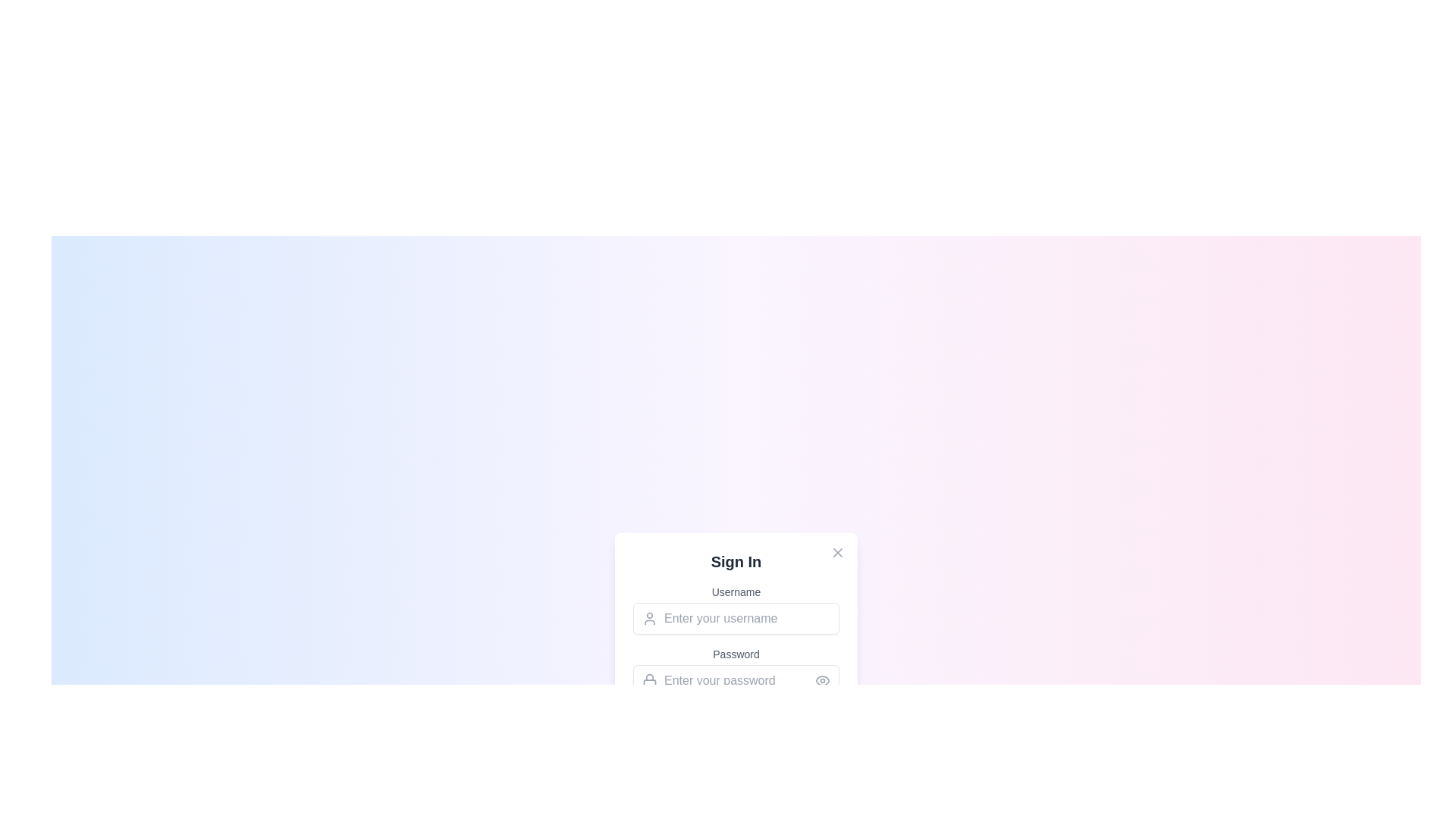 Image resolution: width=1456 pixels, height=819 pixels. I want to click on the password icon positioned to the left of the password input field, serving as a visual cue for protected entry, so click(650, 680).